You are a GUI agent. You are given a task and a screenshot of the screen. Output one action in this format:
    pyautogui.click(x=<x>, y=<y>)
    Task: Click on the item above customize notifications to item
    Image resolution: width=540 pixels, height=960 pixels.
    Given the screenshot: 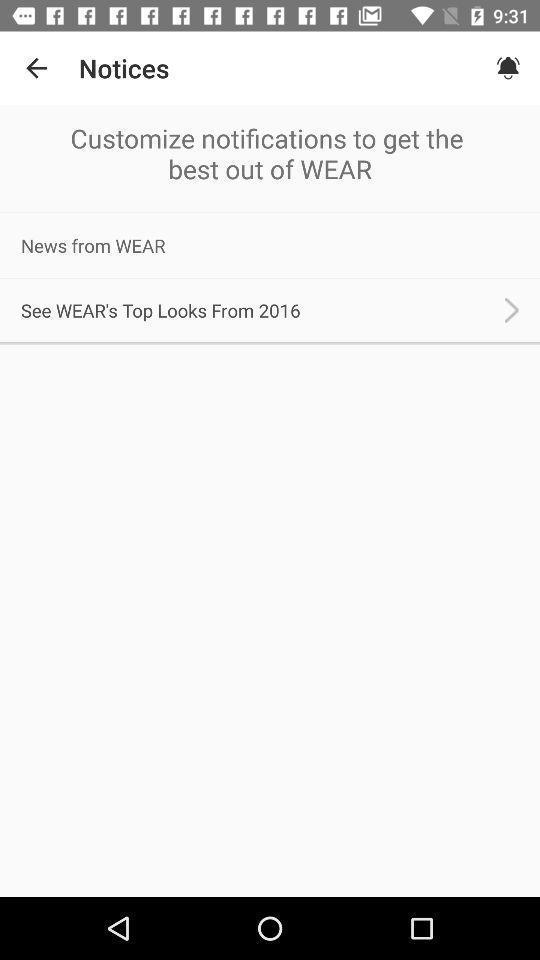 What is the action you would take?
    pyautogui.click(x=508, y=68)
    